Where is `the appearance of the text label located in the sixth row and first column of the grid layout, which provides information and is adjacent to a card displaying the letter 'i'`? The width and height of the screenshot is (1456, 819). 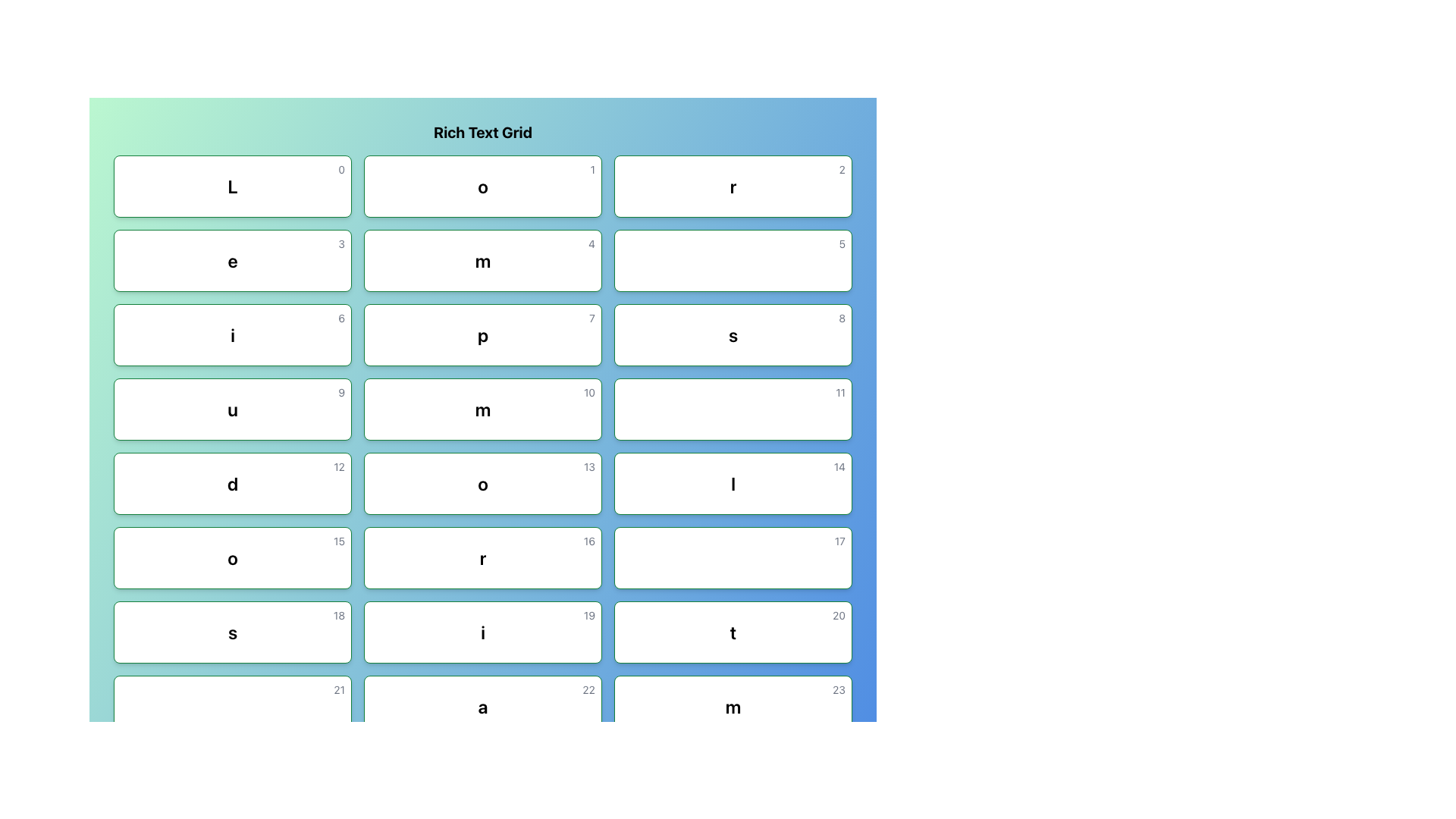
the appearance of the text label located in the sixth row and first column of the grid layout, which provides information and is adjacent to a card displaying the letter 'i' is located at coordinates (232, 632).